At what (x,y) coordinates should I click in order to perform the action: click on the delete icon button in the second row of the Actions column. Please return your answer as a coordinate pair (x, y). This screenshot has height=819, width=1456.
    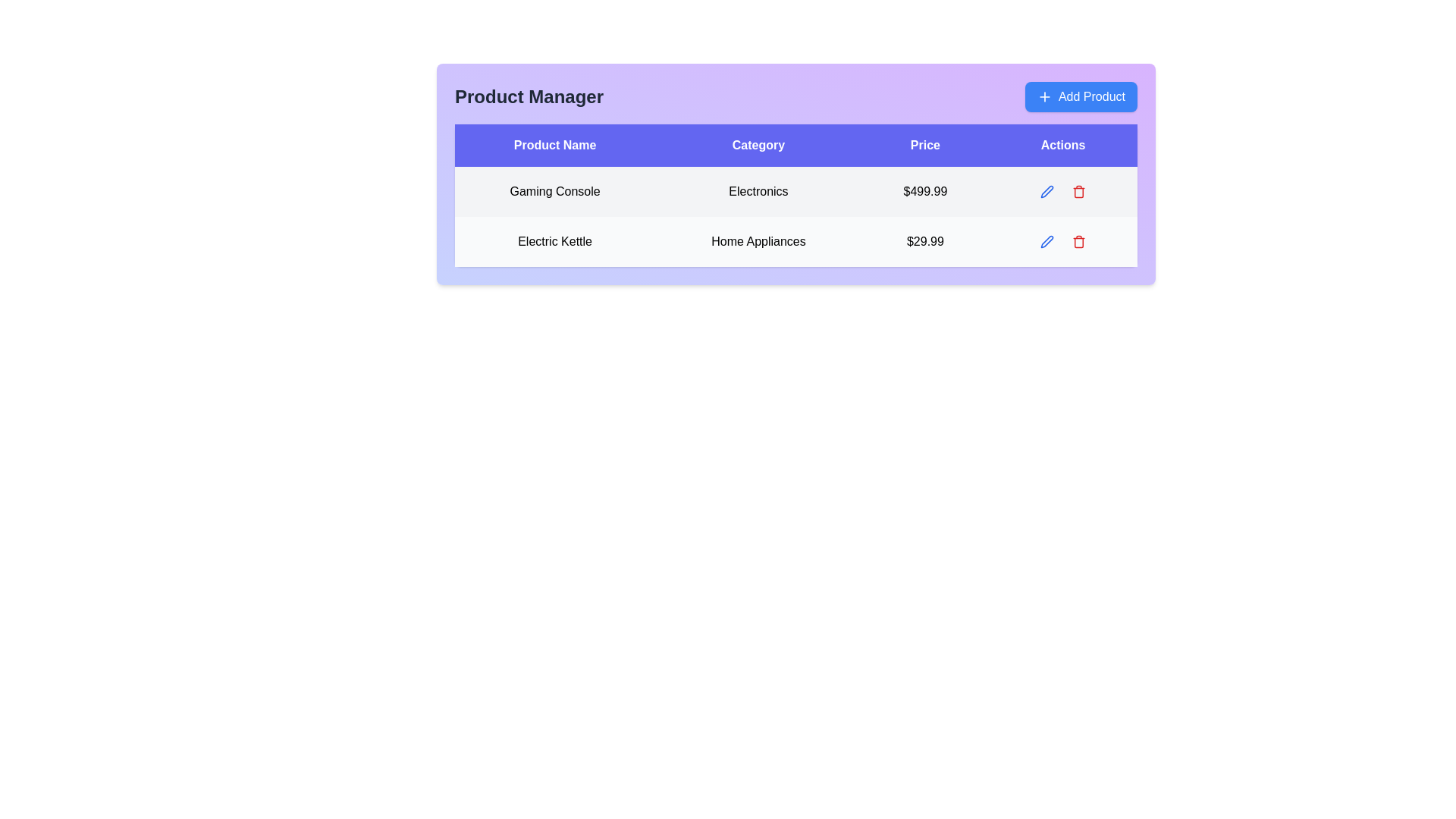
    Looking at the image, I should click on (1078, 241).